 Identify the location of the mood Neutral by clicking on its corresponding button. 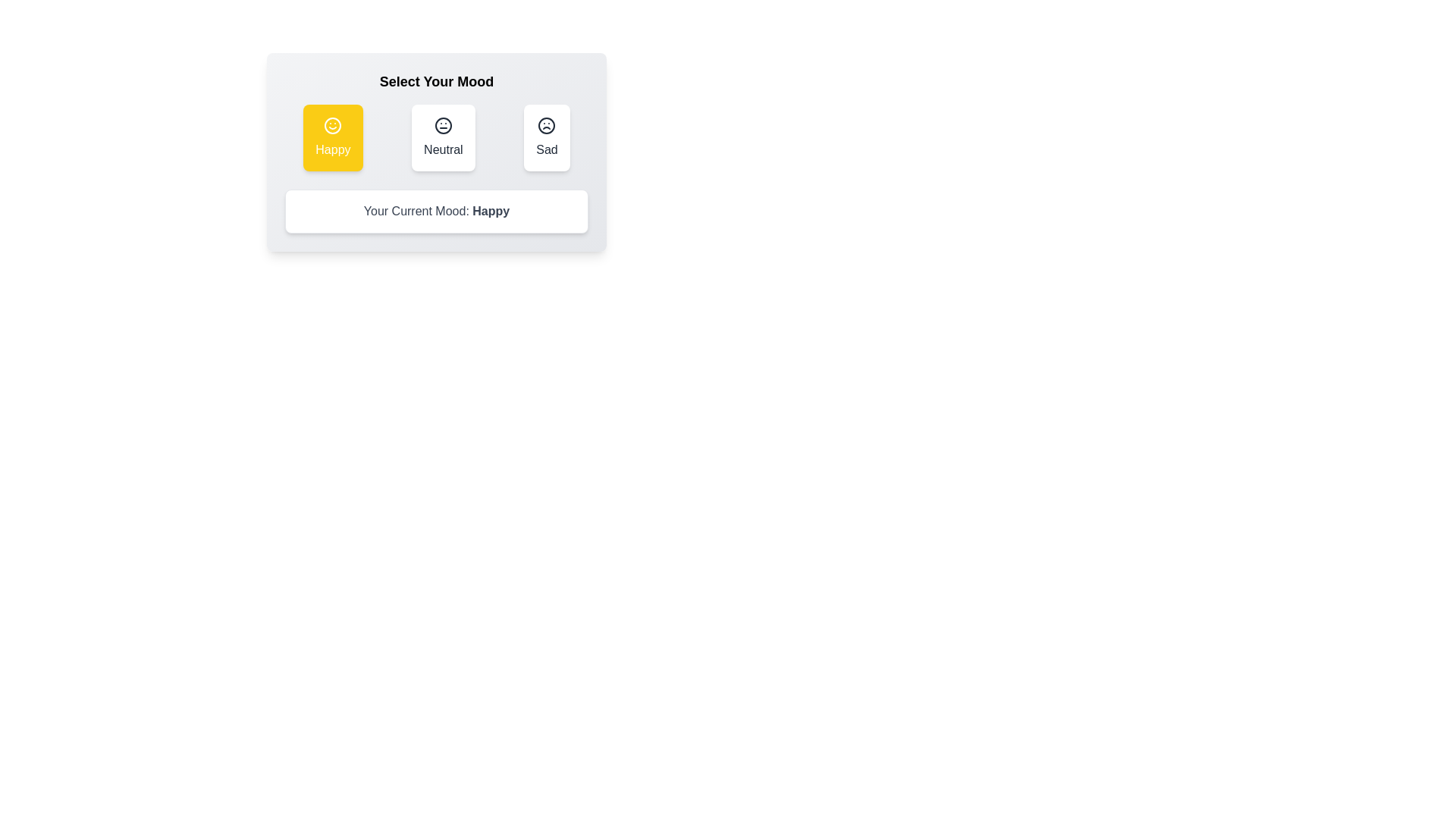
(442, 137).